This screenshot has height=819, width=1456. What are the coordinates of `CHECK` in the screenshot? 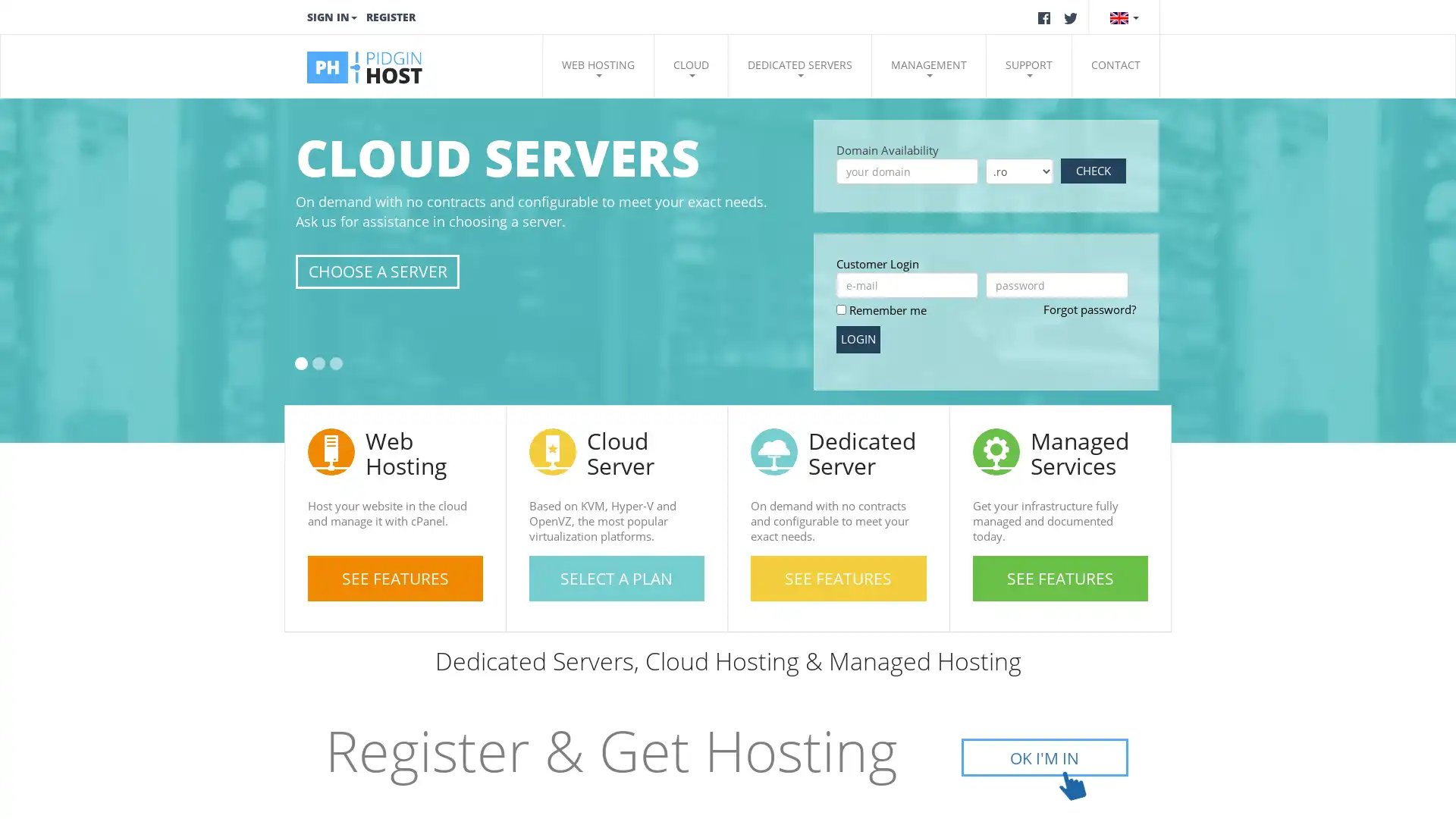 It's located at (1093, 171).